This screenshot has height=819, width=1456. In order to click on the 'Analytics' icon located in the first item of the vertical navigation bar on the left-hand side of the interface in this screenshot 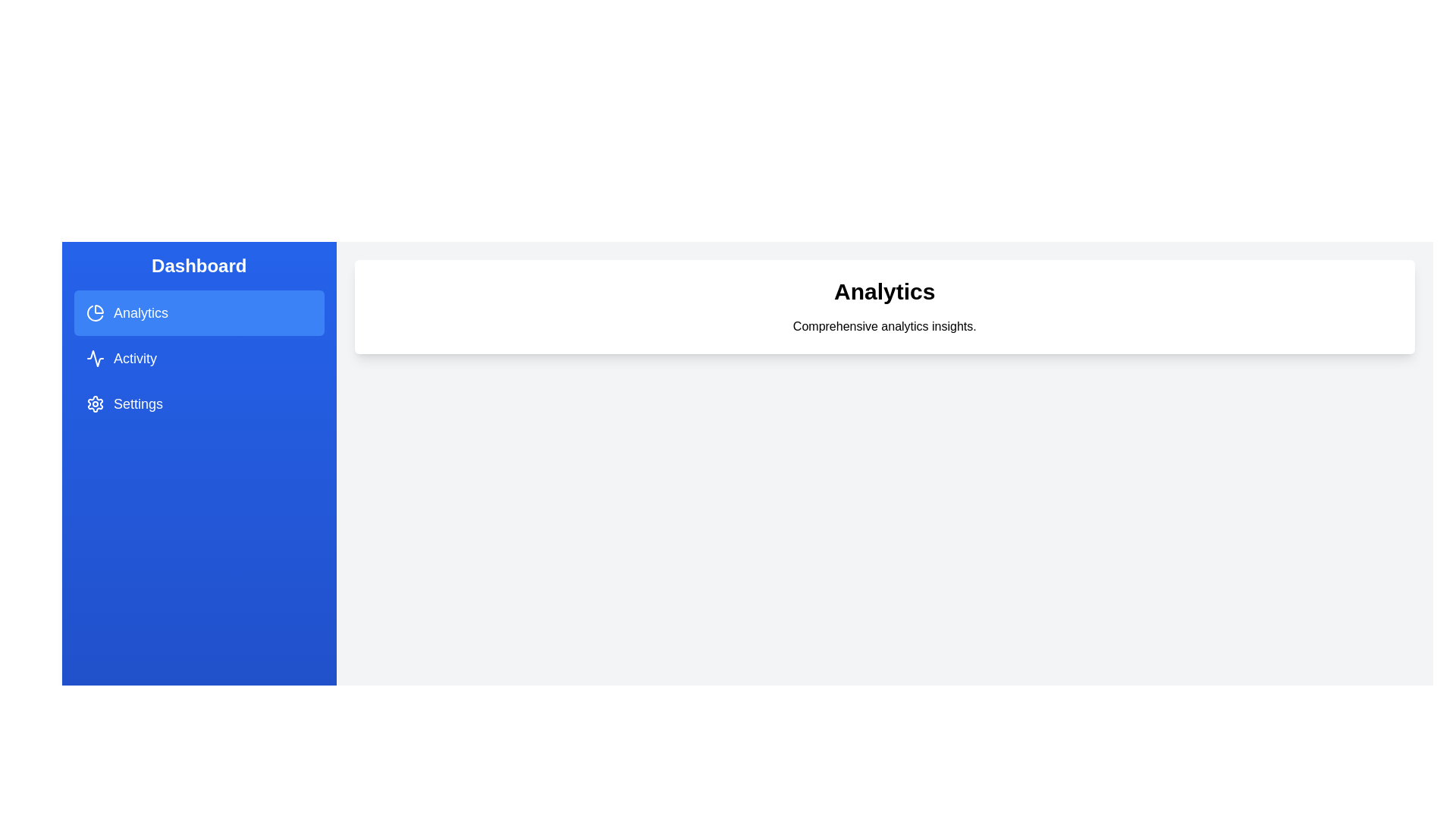, I will do `click(94, 312)`.